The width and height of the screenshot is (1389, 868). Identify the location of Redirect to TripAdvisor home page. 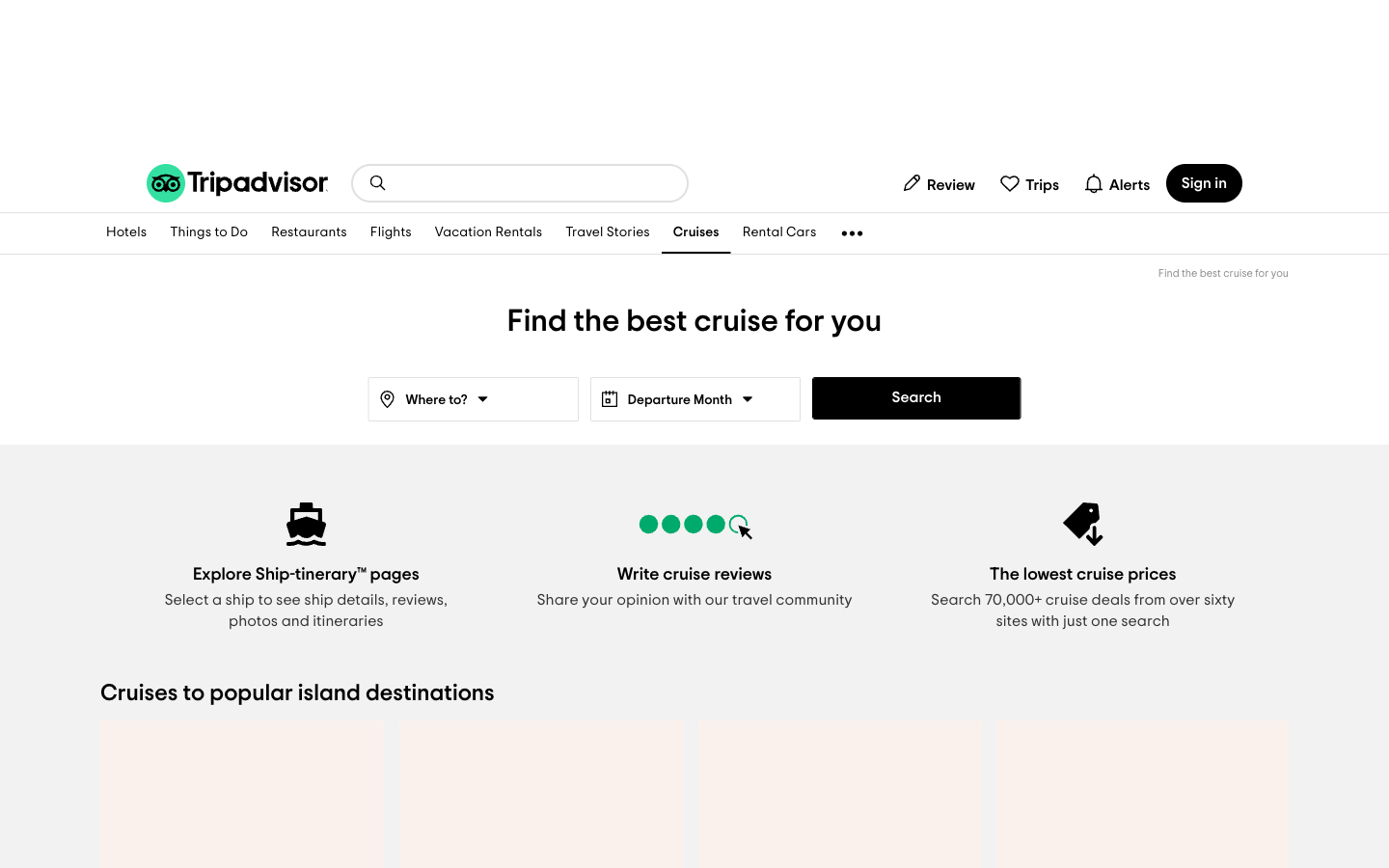
(235, 182).